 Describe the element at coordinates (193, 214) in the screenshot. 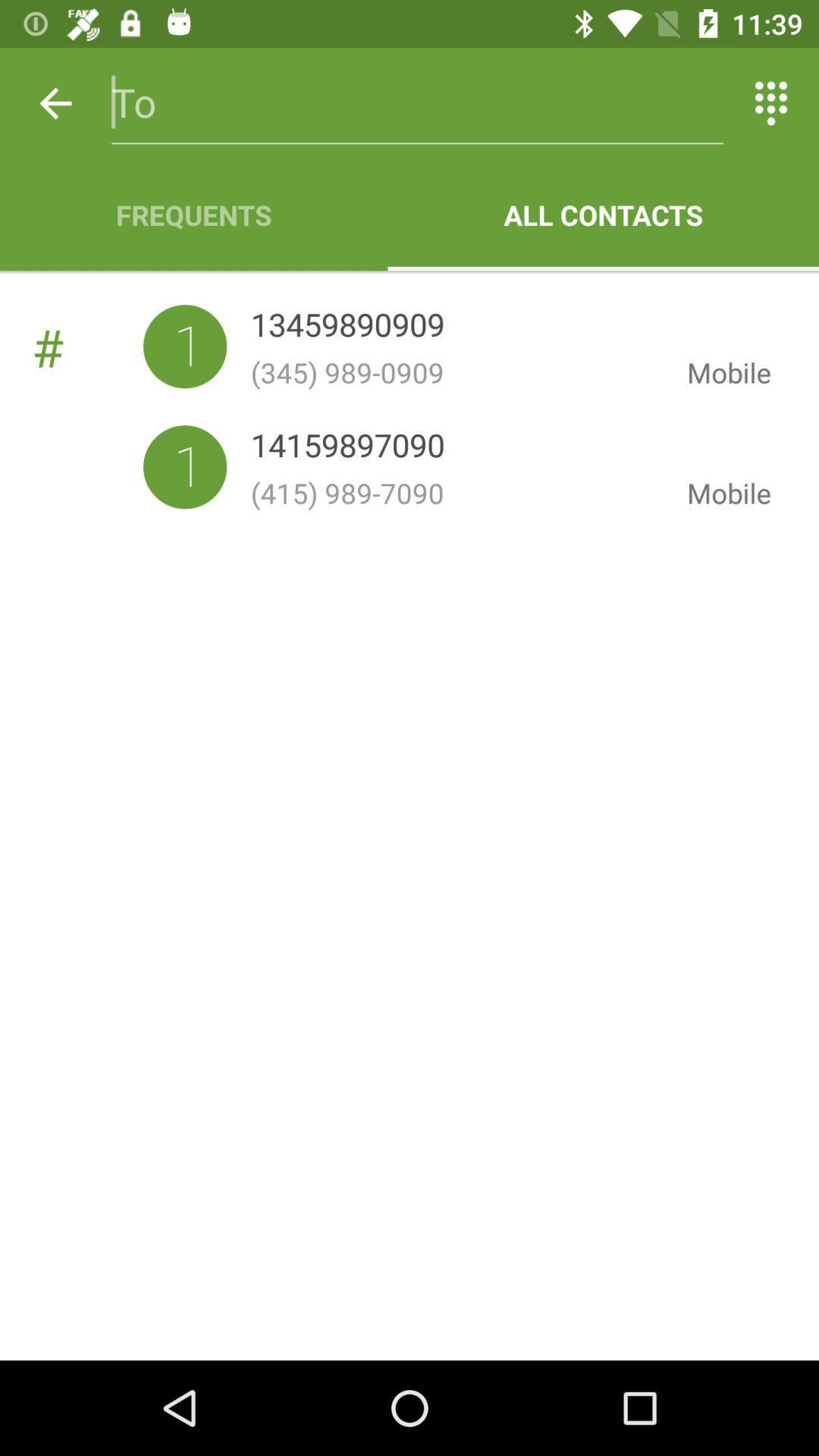

I see `the icon to the left of all contacts item` at that location.